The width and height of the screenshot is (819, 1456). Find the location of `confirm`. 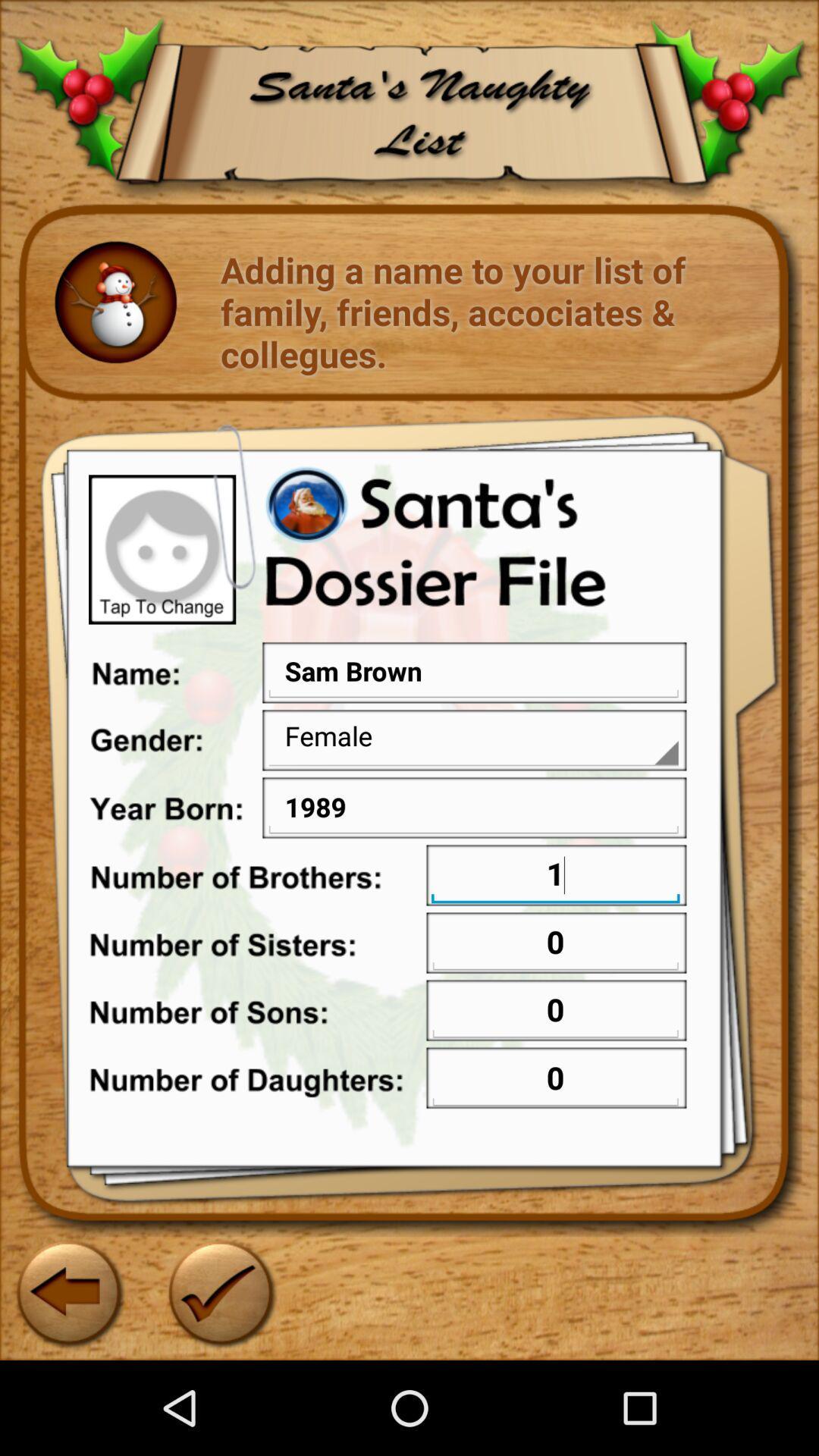

confirm is located at coordinates (219, 1291).